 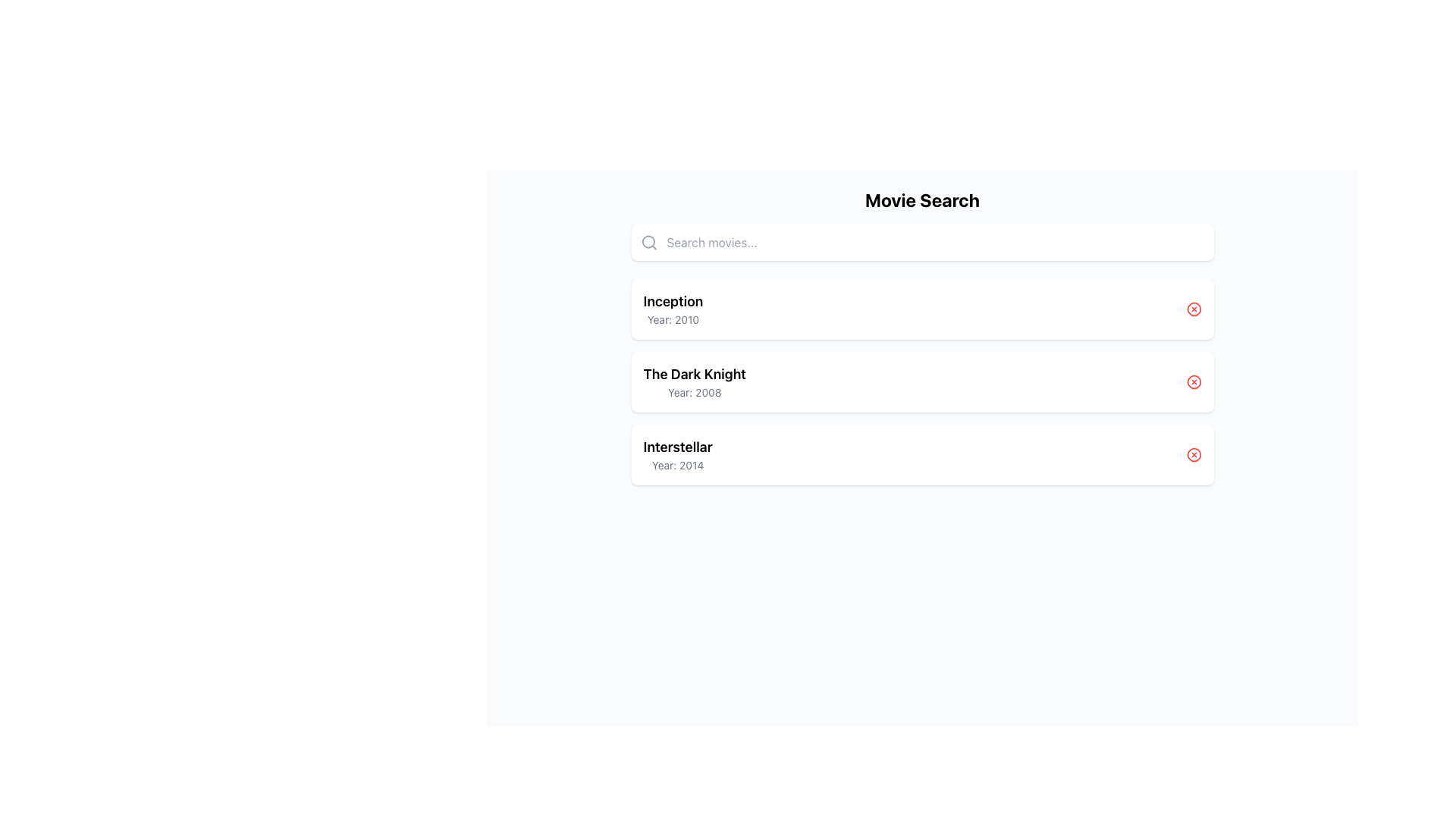 I want to click on the search icon located at the start of the search bar in the 'Movie Search' interface, which serves as a visual indicator for search actions, so click(x=648, y=242).